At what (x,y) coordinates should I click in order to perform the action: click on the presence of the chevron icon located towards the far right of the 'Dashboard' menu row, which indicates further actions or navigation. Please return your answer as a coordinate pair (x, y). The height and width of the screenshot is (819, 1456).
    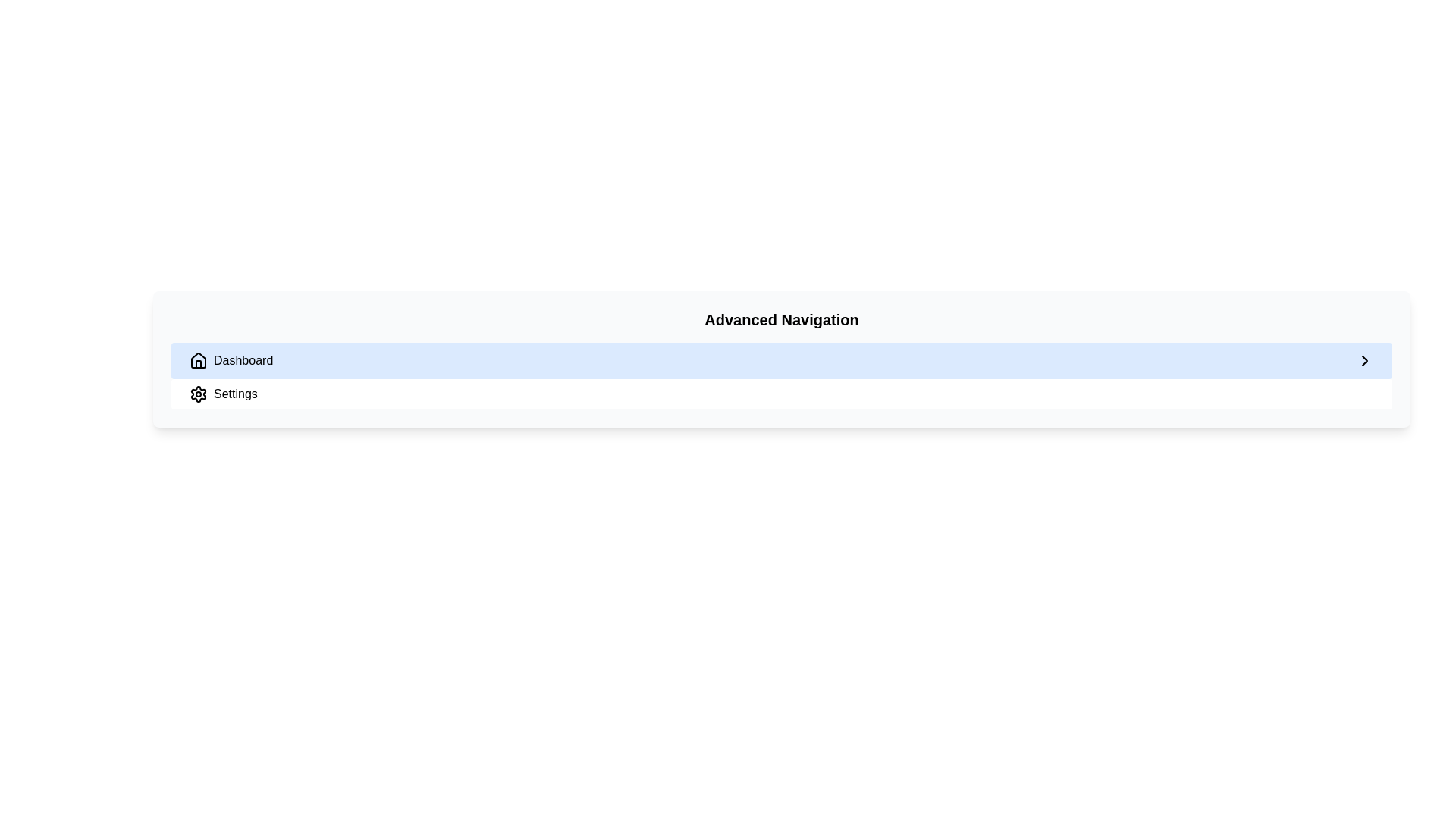
    Looking at the image, I should click on (1365, 360).